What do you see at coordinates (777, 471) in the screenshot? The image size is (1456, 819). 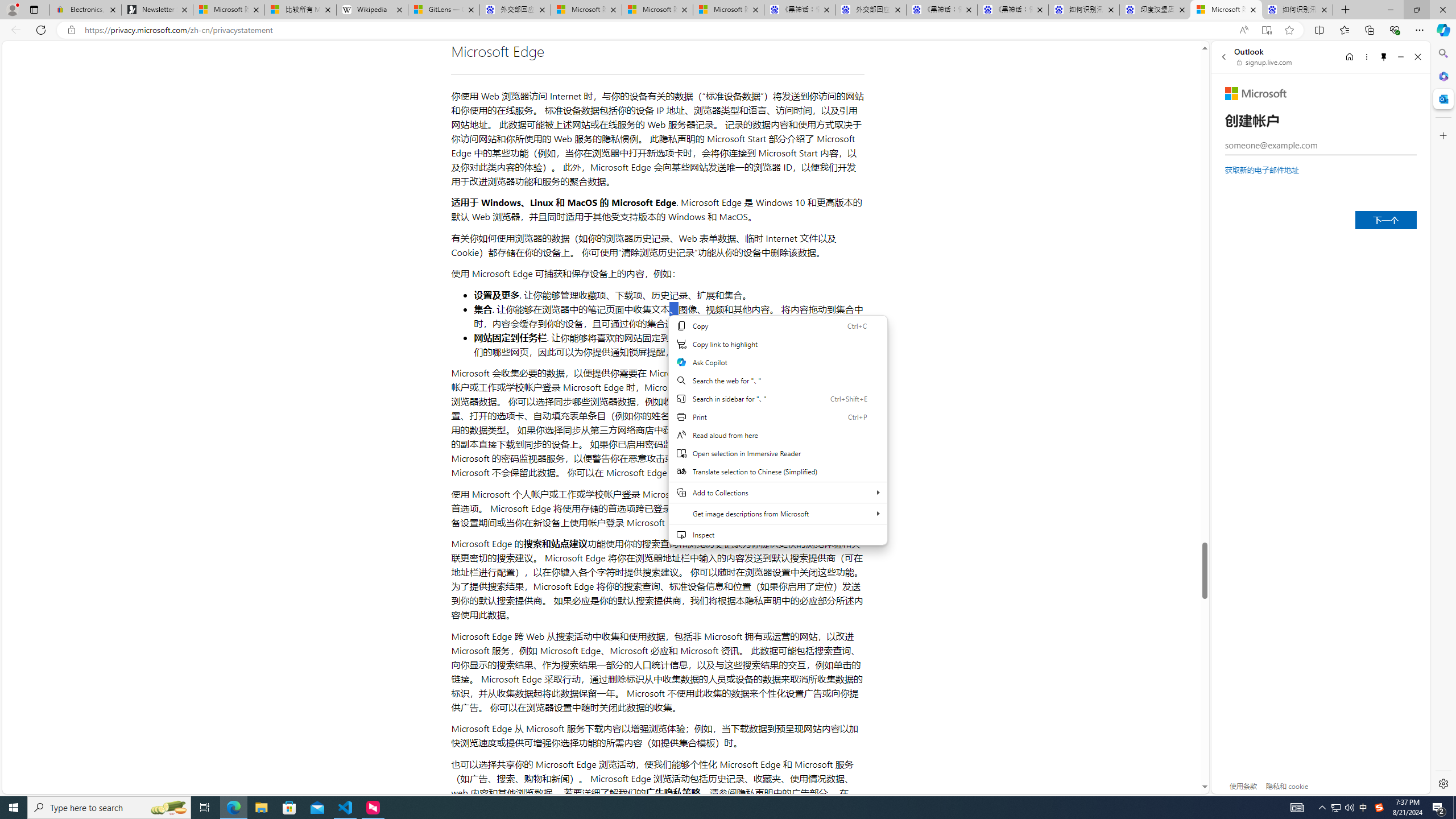 I see `'Translate selection to Chinese (Simplified)'` at bounding box center [777, 471].